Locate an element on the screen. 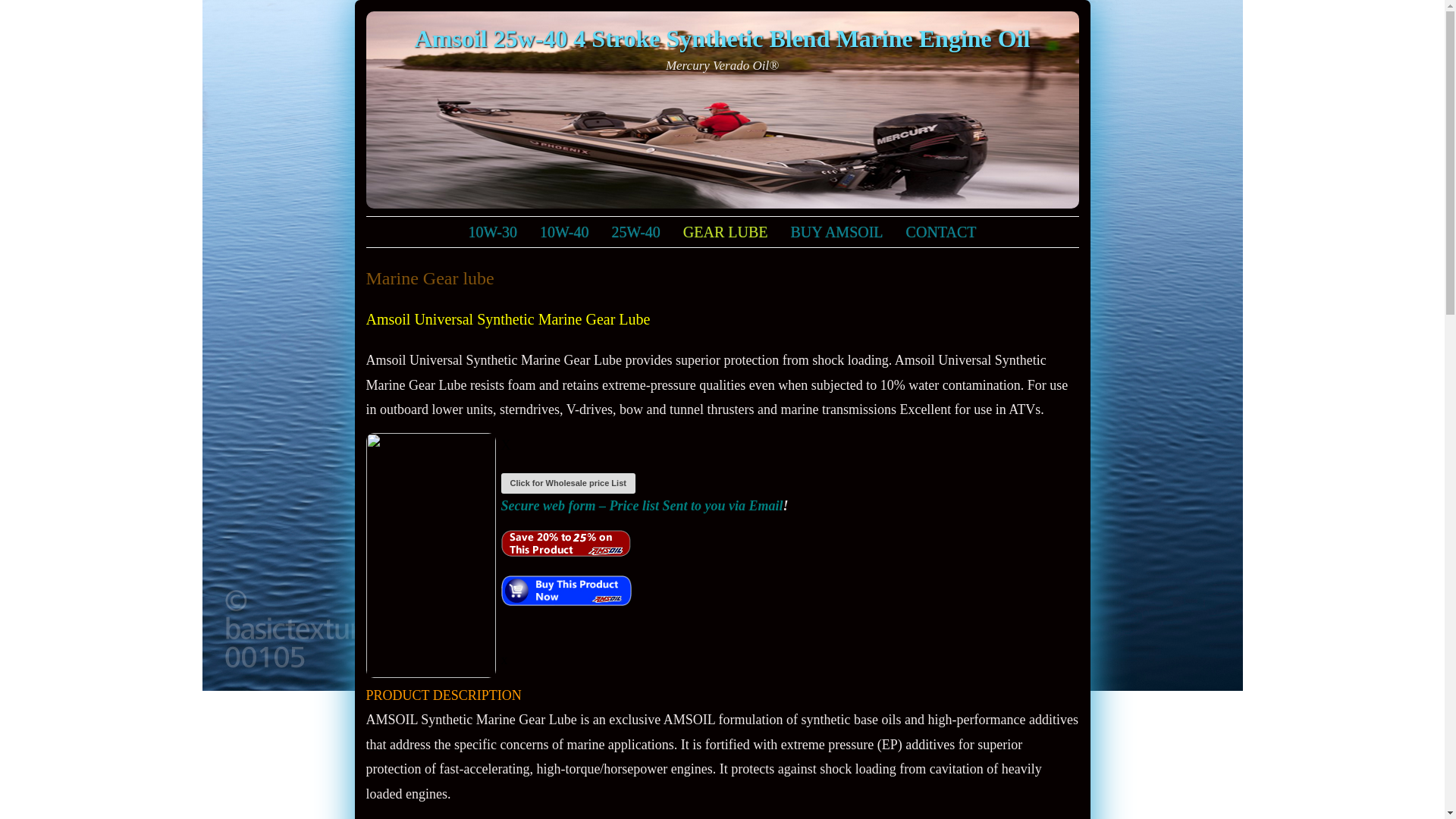 The image size is (1456, 819). 'BUY AMSOIL' is located at coordinates (836, 231).